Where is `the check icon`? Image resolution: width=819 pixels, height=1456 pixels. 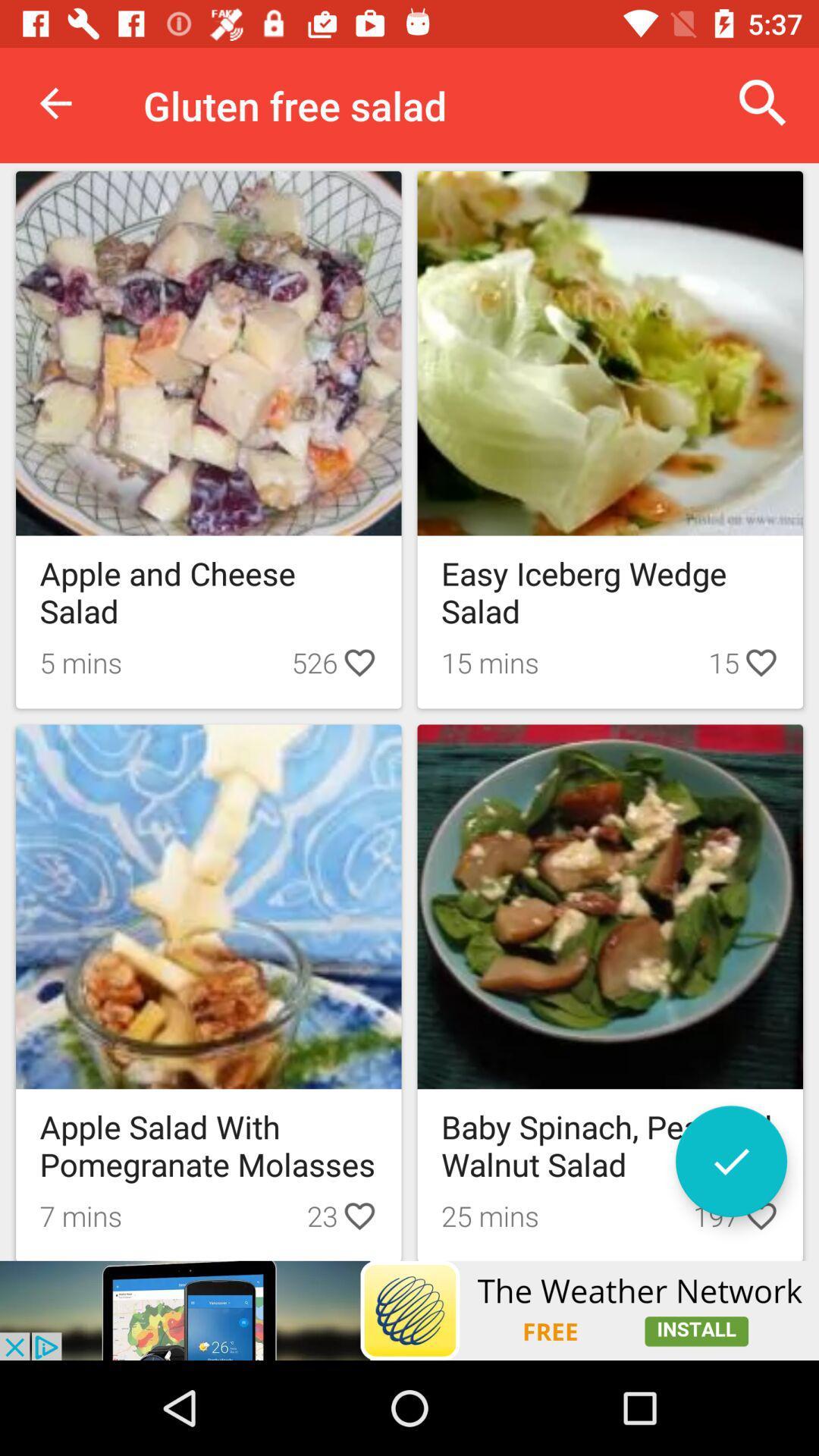
the check icon is located at coordinates (730, 1160).